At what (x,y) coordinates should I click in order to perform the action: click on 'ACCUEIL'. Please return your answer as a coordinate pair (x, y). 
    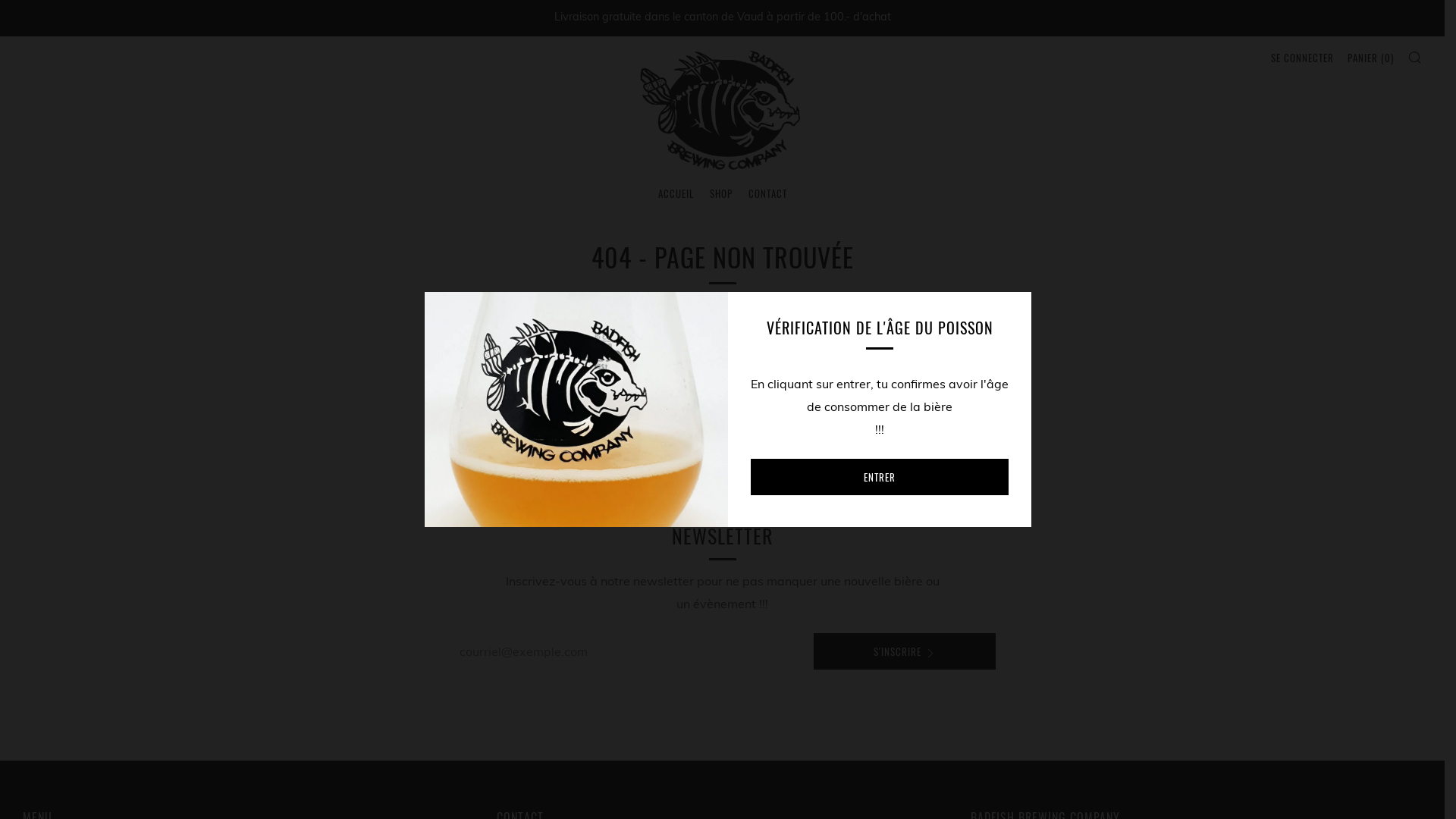
    Looking at the image, I should click on (675, 192).